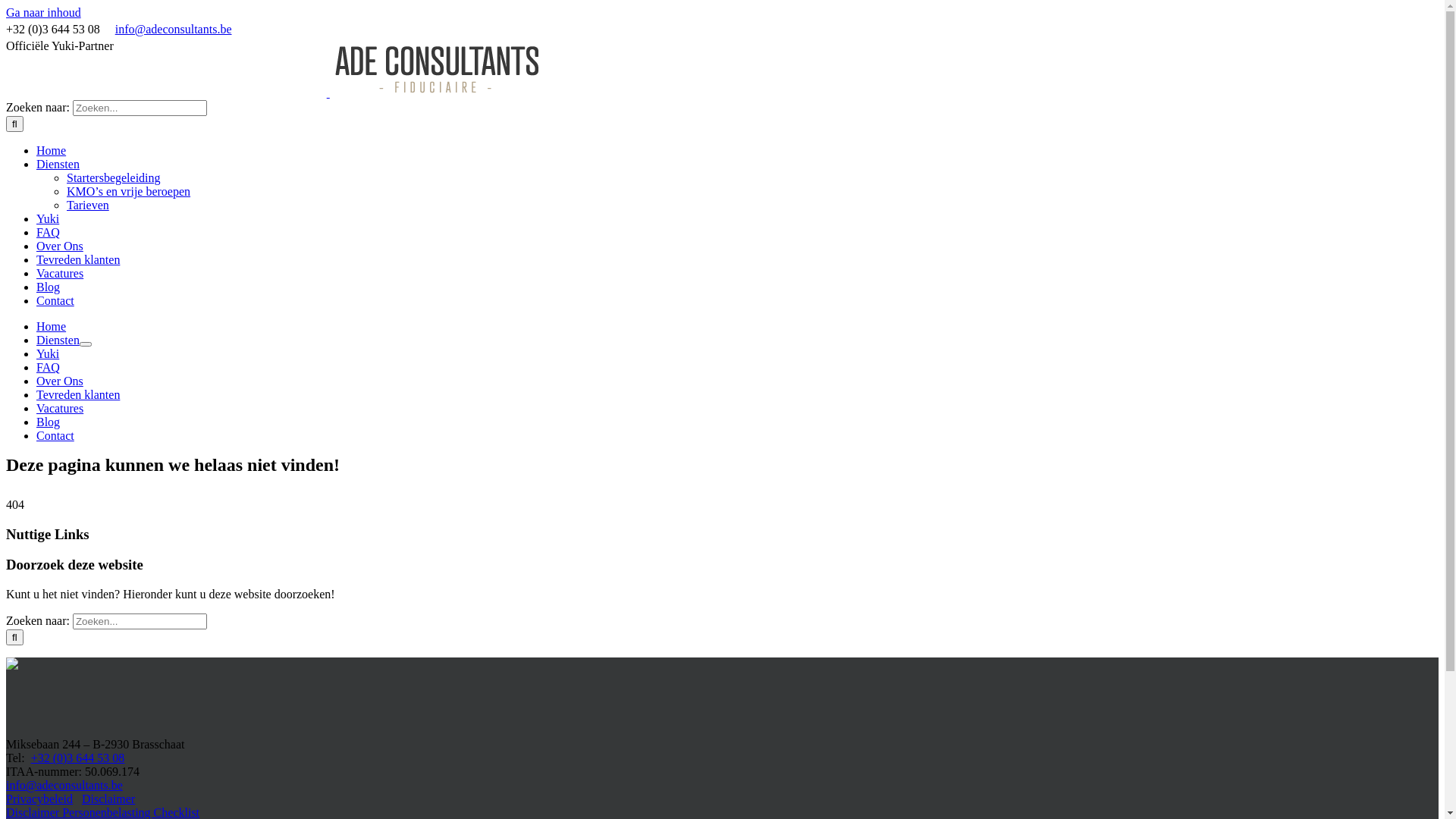 The height and width of the screenshot is (819, 1456). What do you see at coordinates (36, 325) in the screenshot?
I see `'Home'` at bounding box center [36, 325].